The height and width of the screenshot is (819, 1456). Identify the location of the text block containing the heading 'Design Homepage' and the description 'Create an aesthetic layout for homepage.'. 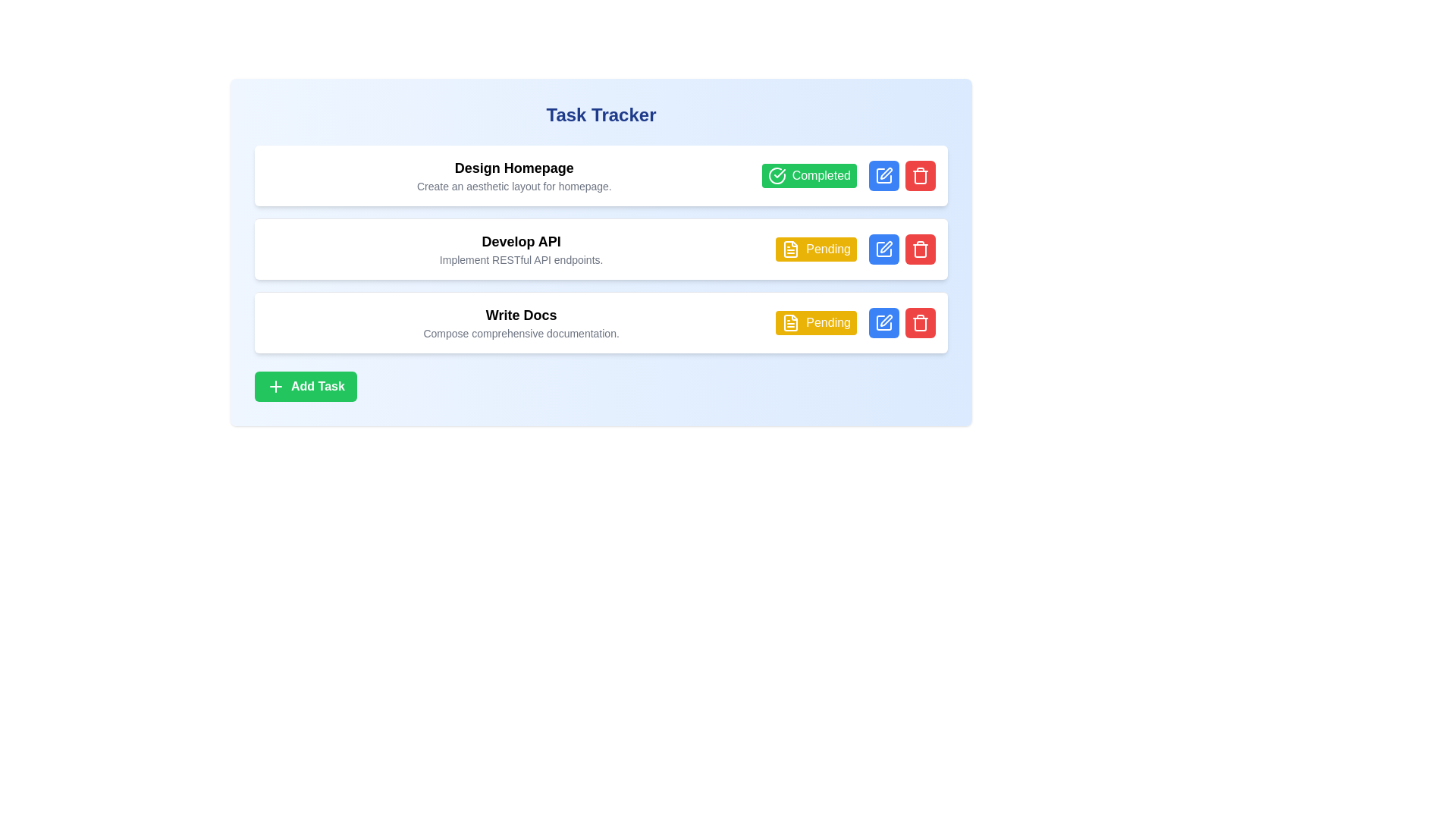
(514, 174).